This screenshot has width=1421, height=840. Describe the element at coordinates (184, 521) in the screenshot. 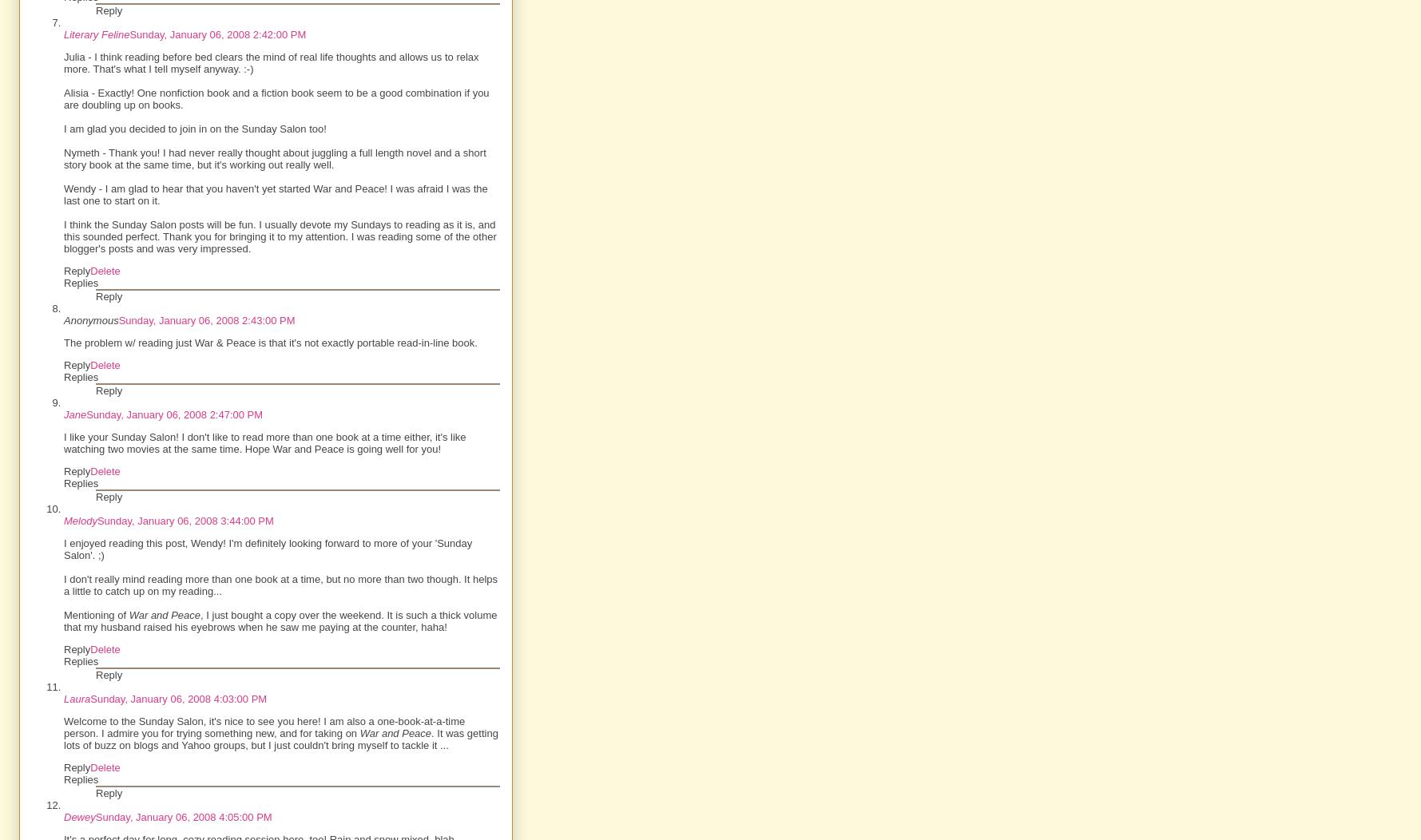

I see `'Sunday, January 06, 2008 3:44:00 PM'` at that location.